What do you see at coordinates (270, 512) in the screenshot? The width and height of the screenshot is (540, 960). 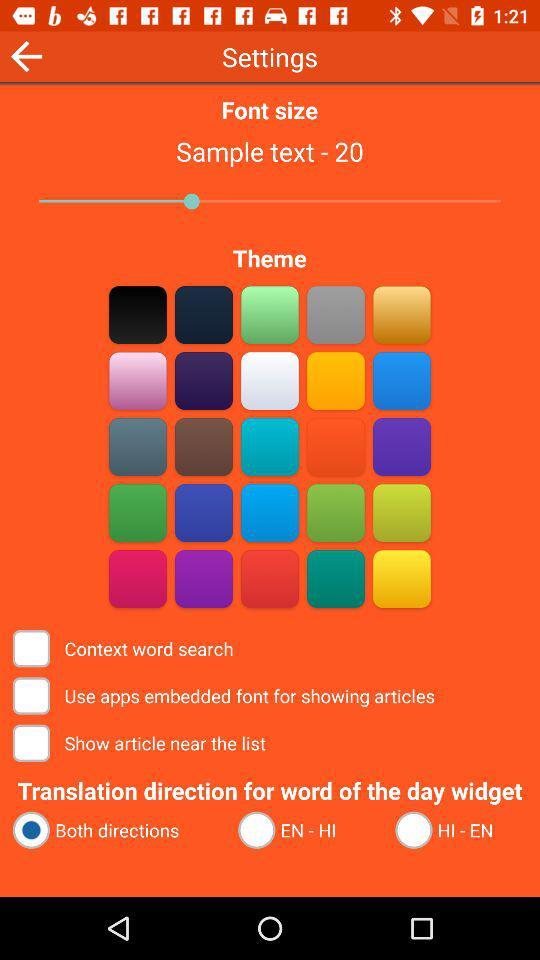 I see `blue color` at bounding box center [270, 512].